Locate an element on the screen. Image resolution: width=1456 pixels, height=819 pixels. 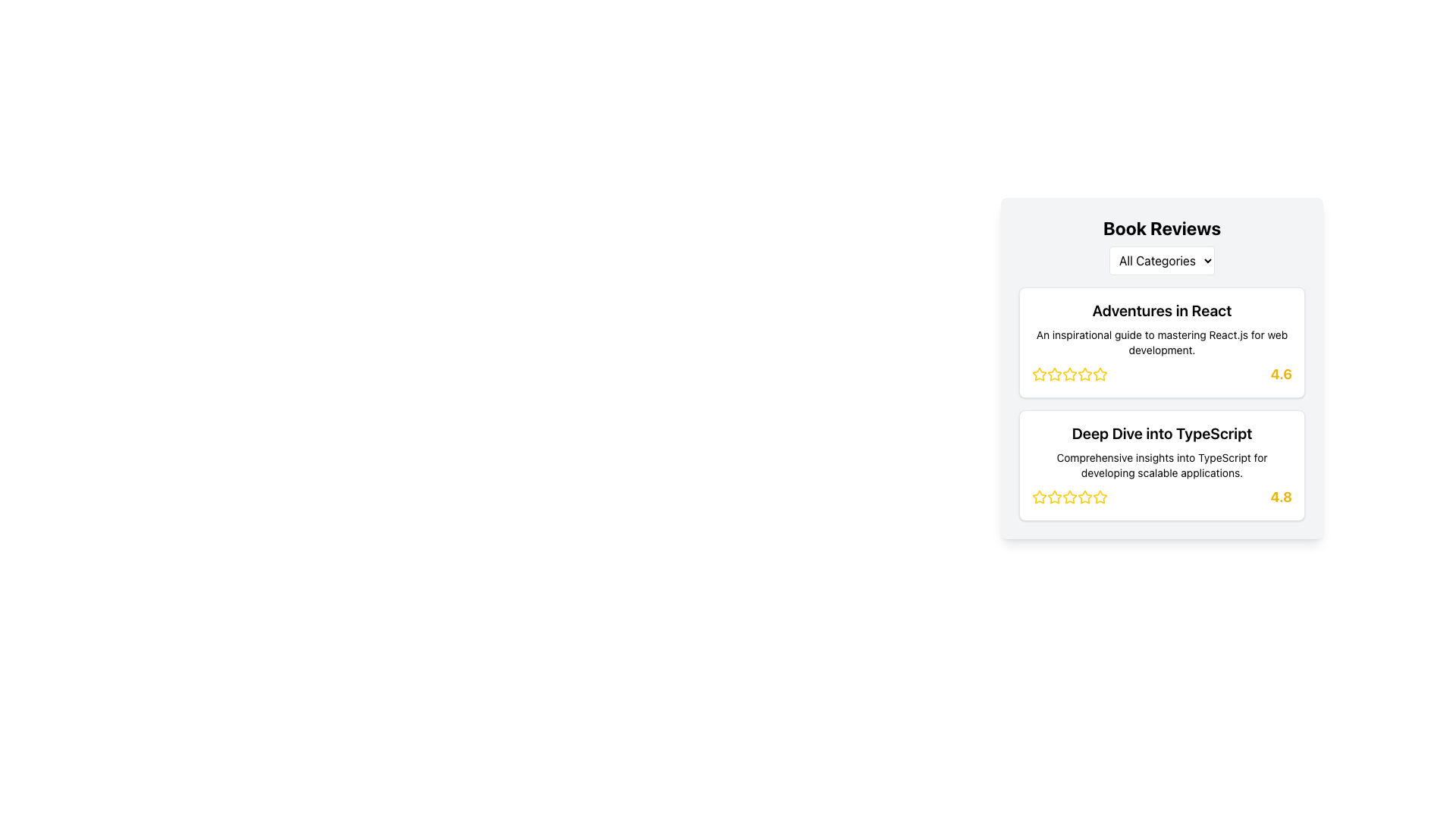
the second star icon in the rating system for the book 'Deep Dive into TypeScript' is located at coordinates (1054, 497).